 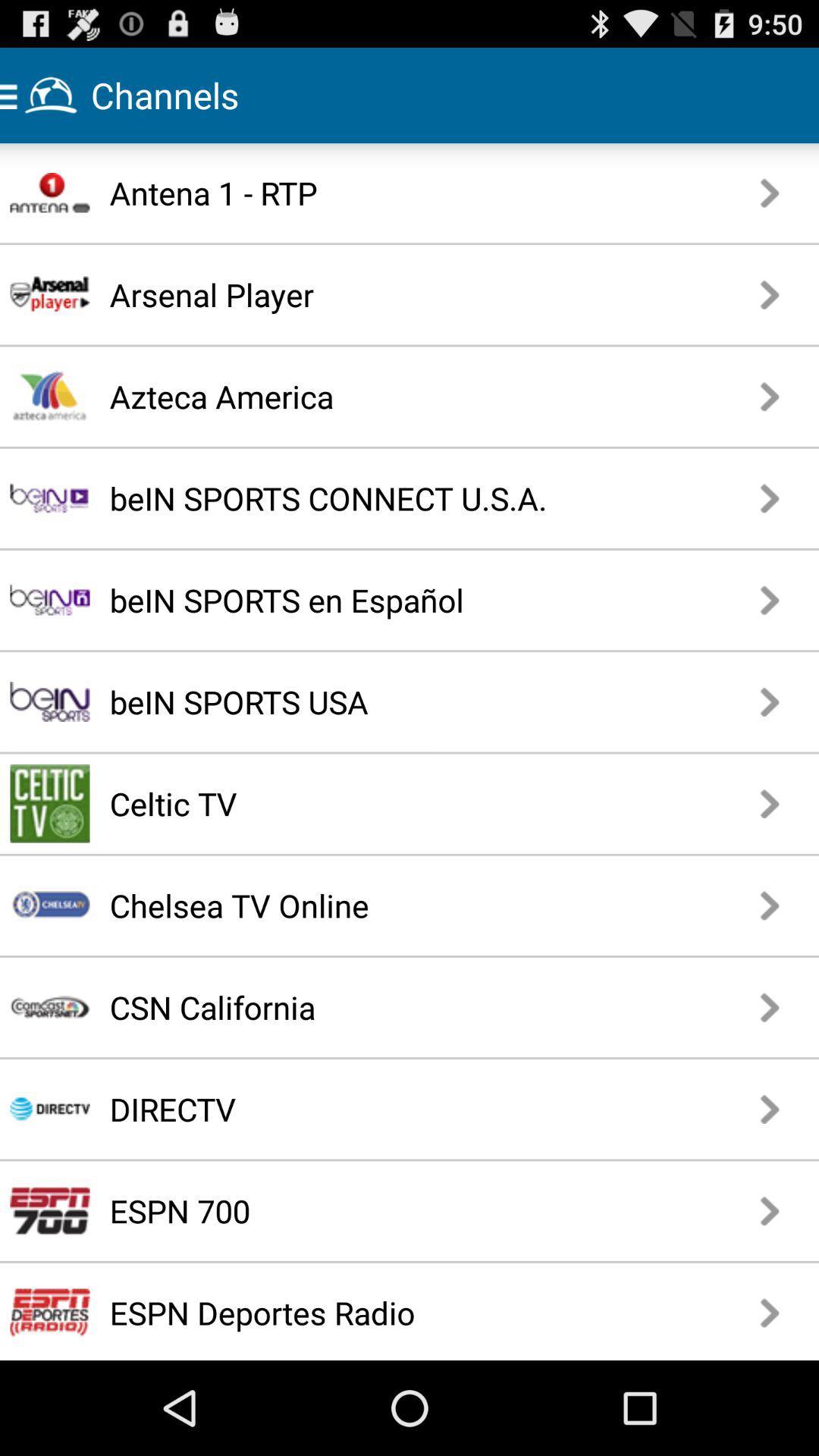 What do you see at coordinates (381, 1312) in the screenshot?
I see `the espn deportes radio icon` at bounding box center [381, 1312].